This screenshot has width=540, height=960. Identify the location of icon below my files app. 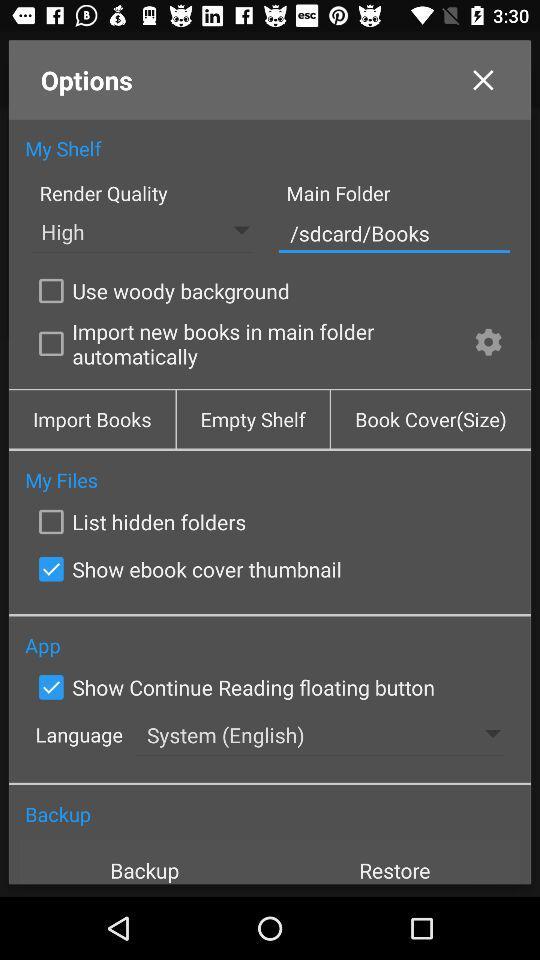
(137, 521).